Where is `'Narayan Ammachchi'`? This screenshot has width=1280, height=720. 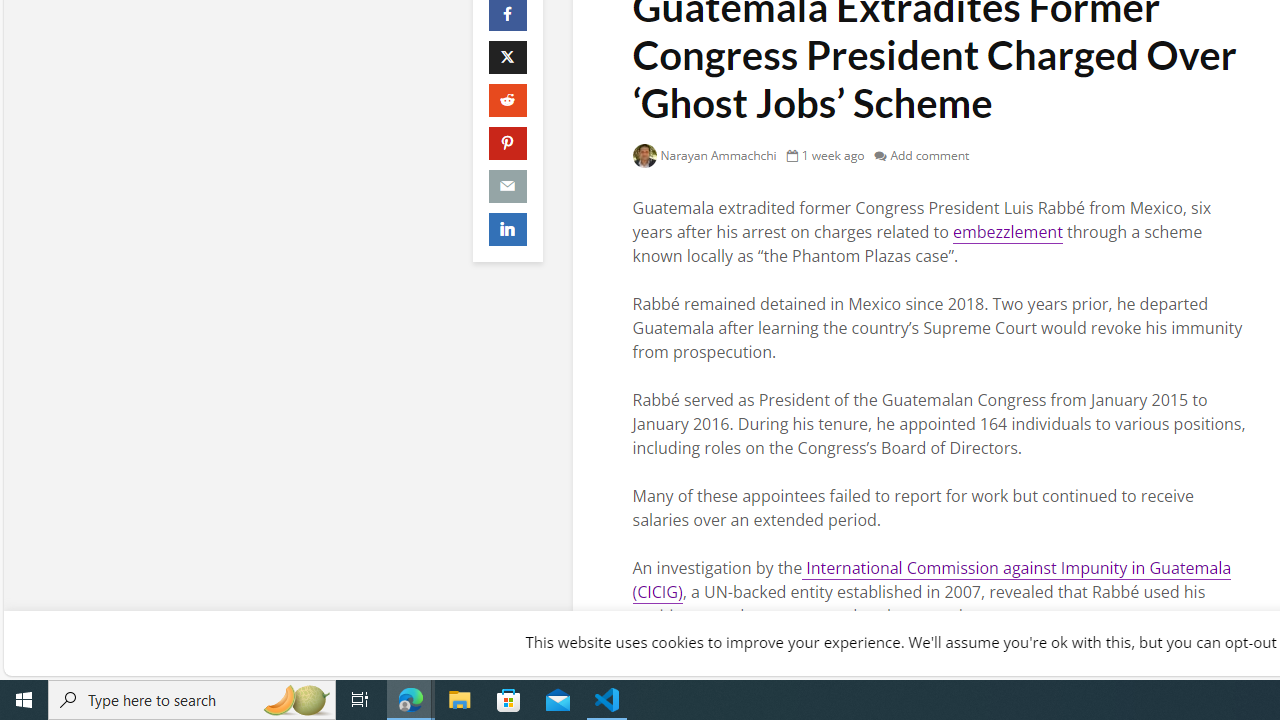
'Narayan Ammachchi' is located at coordinates (704, 154).